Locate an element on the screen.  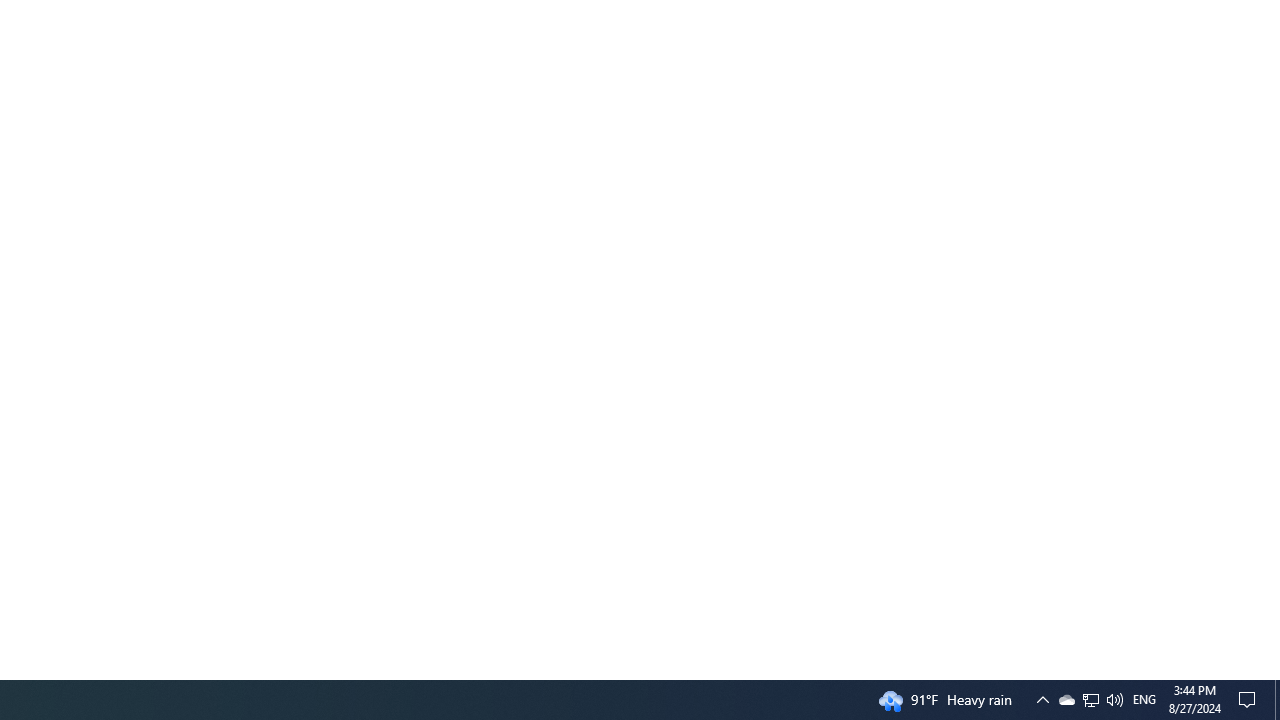
'Show desktop' is located at coordinates (1276, 698).